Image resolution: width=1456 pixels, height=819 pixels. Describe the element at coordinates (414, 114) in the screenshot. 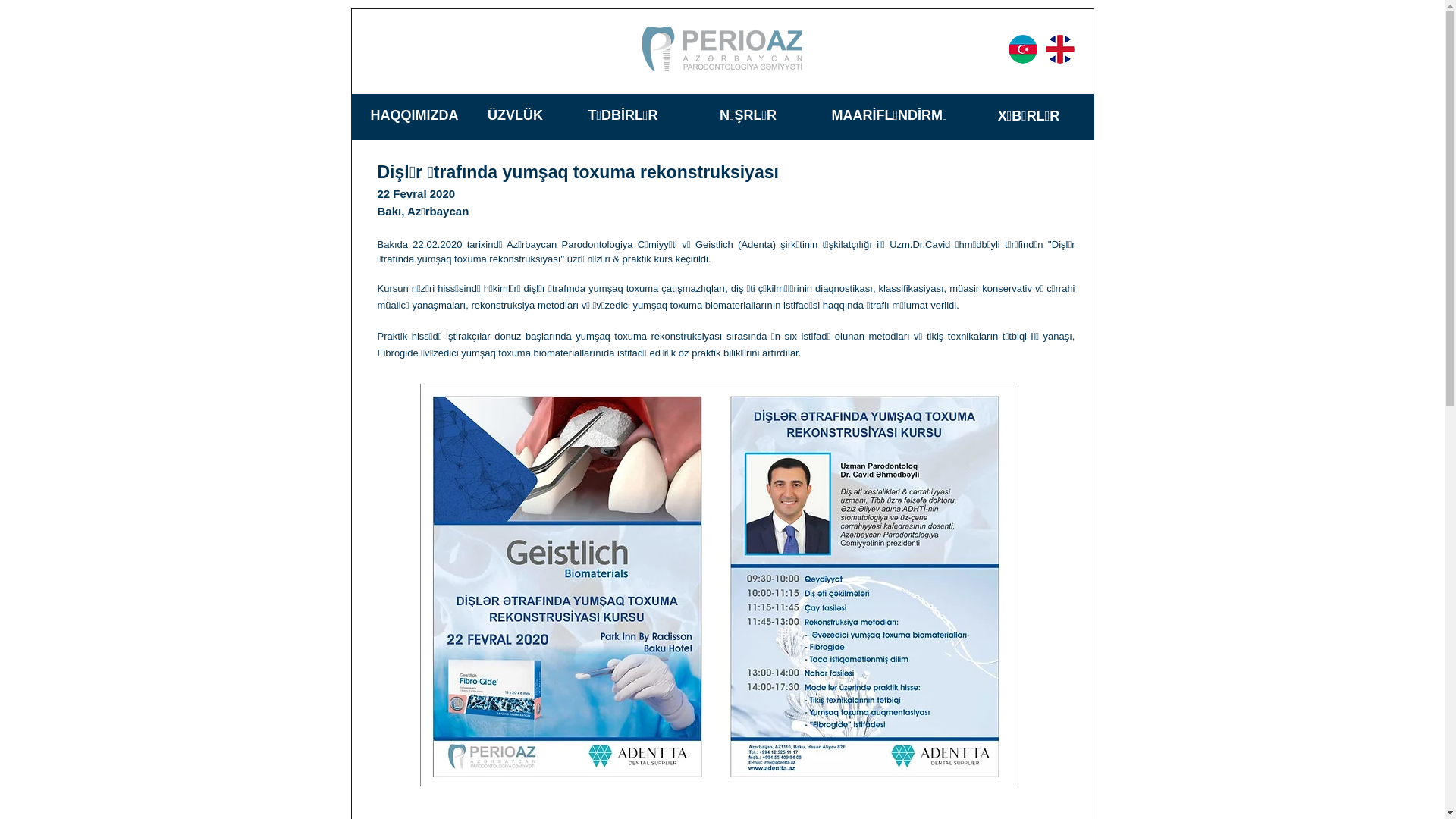

I see `'HAQQIMIZDA'` at that location.